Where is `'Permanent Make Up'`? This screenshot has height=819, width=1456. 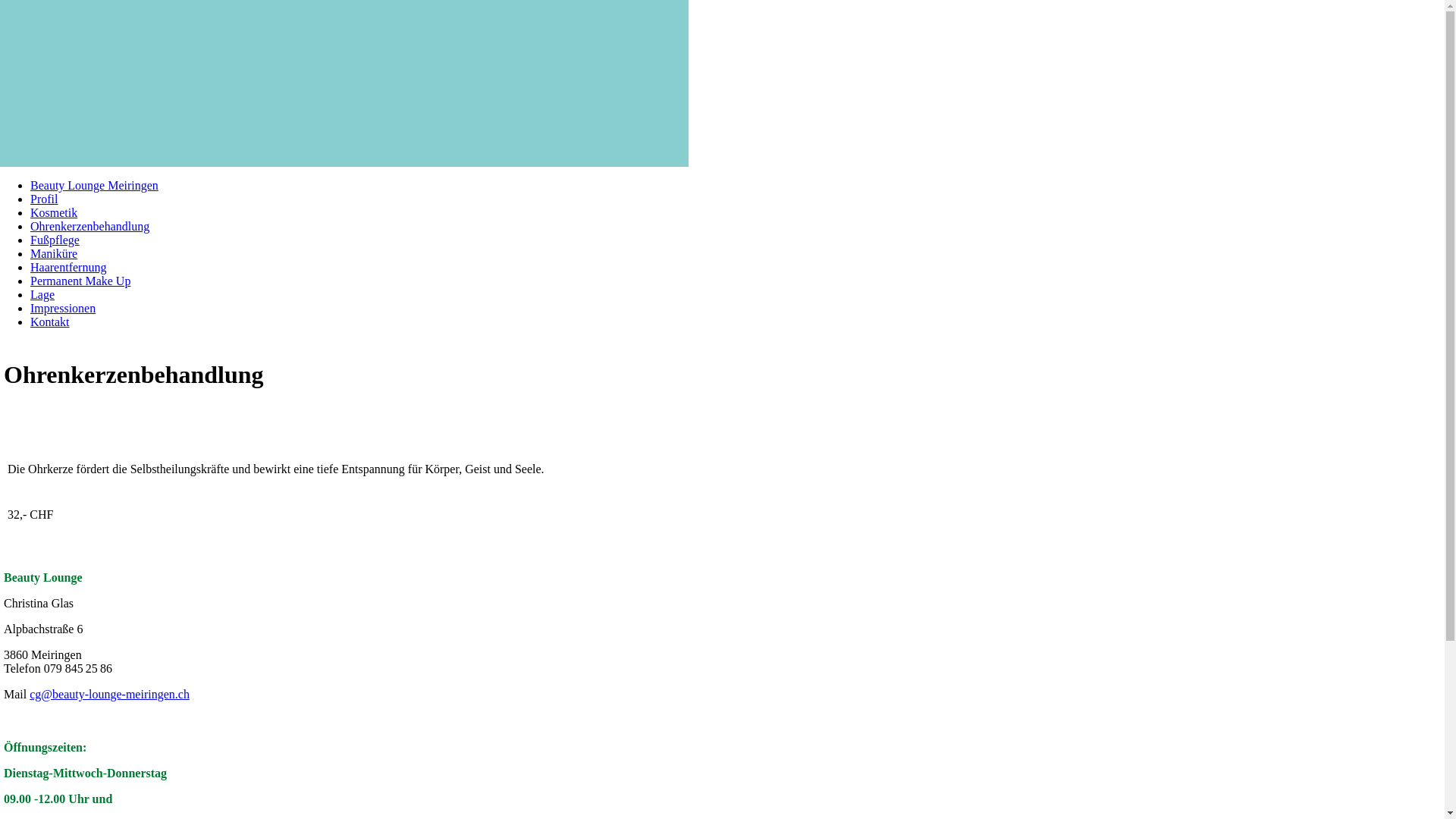 'Permanent Make Up' is located at coordinates (79, 281).